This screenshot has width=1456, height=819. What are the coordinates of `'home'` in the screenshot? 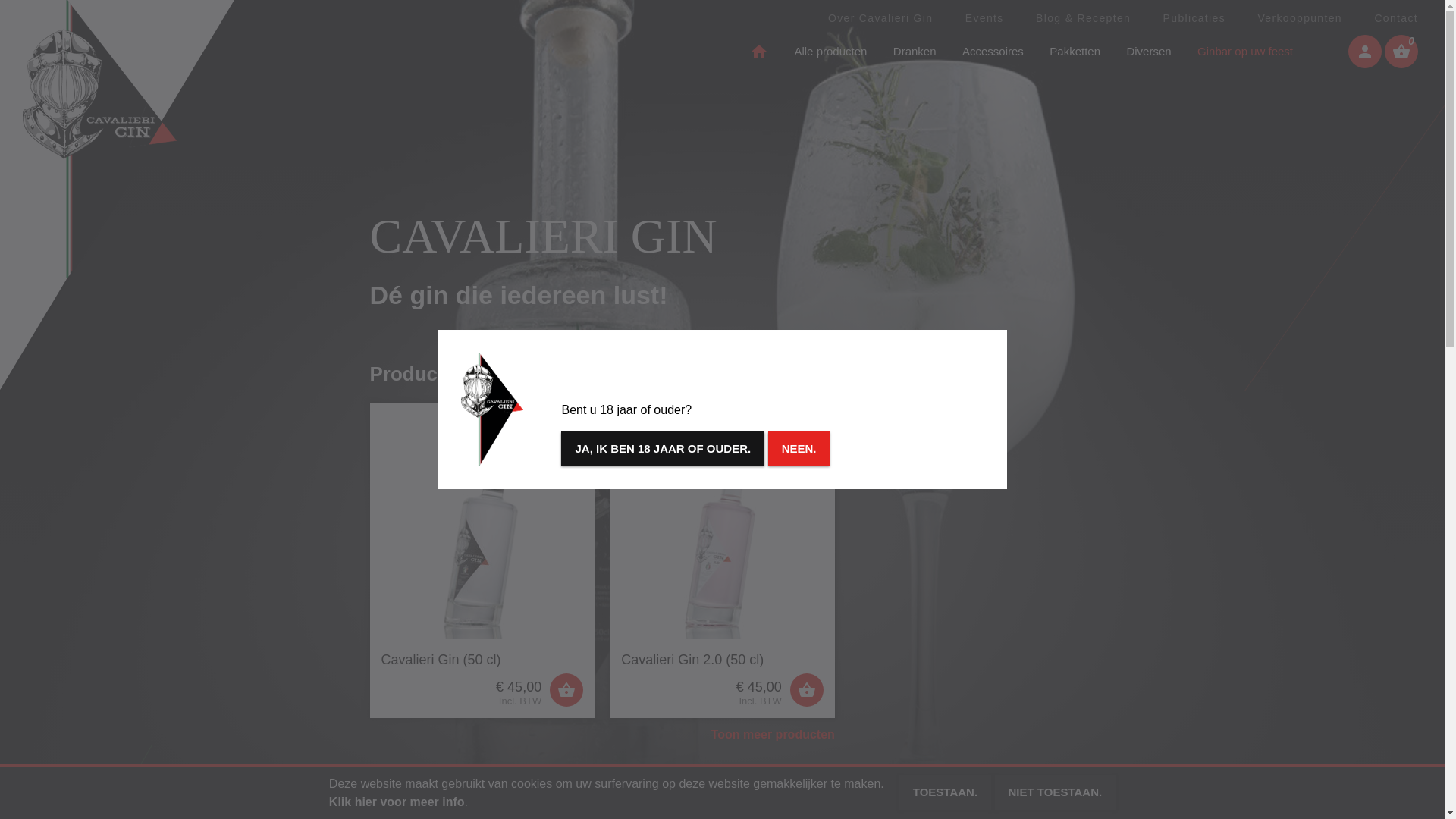 It's located at (759, 50).